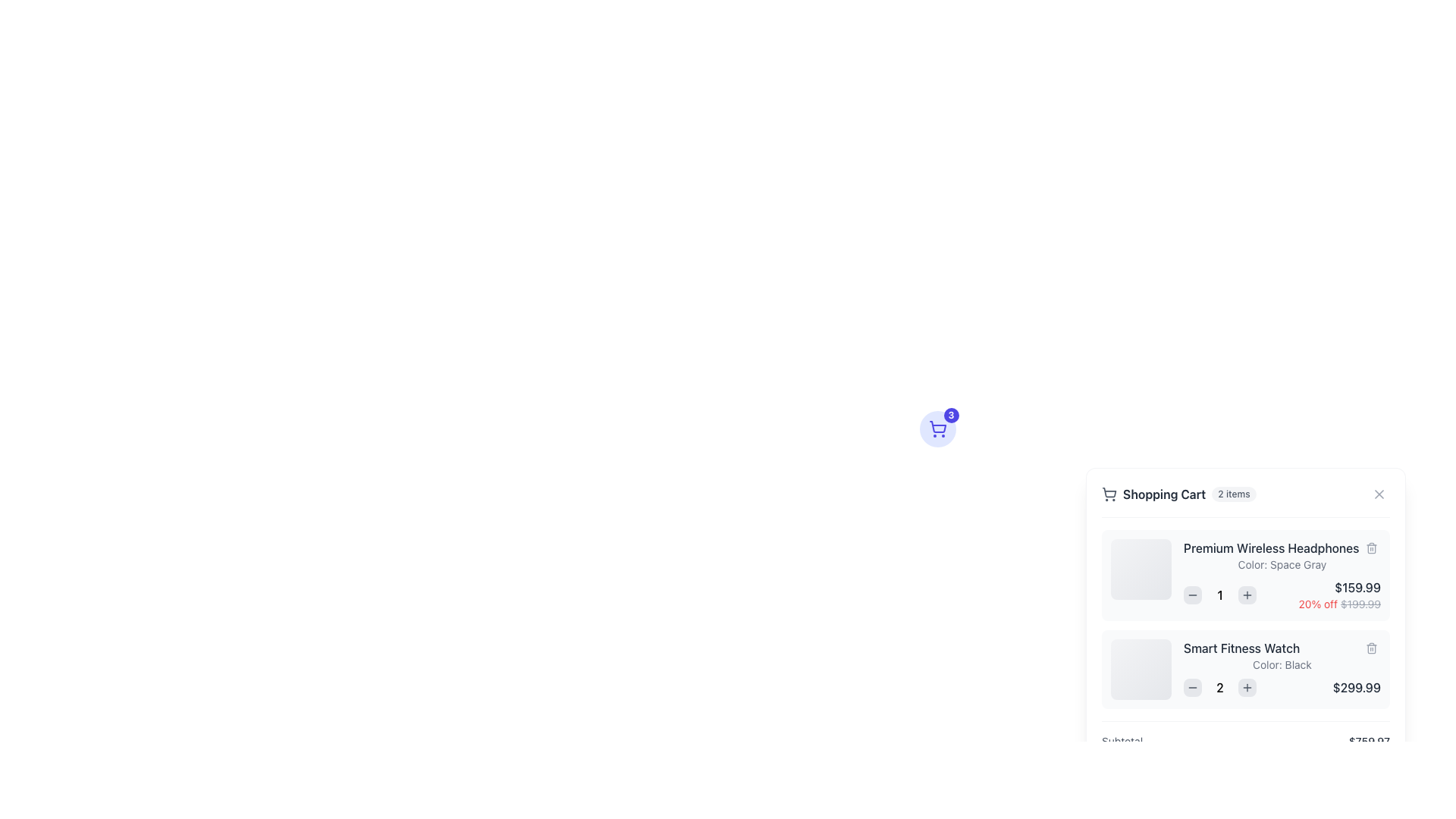 This screenshot has height=819, width=1456. I want to click on the Counter badge located at the upper-right corner of the shopping cart button, which displays the number of items or alerts related to the shopping cart action, so click(950, 415).